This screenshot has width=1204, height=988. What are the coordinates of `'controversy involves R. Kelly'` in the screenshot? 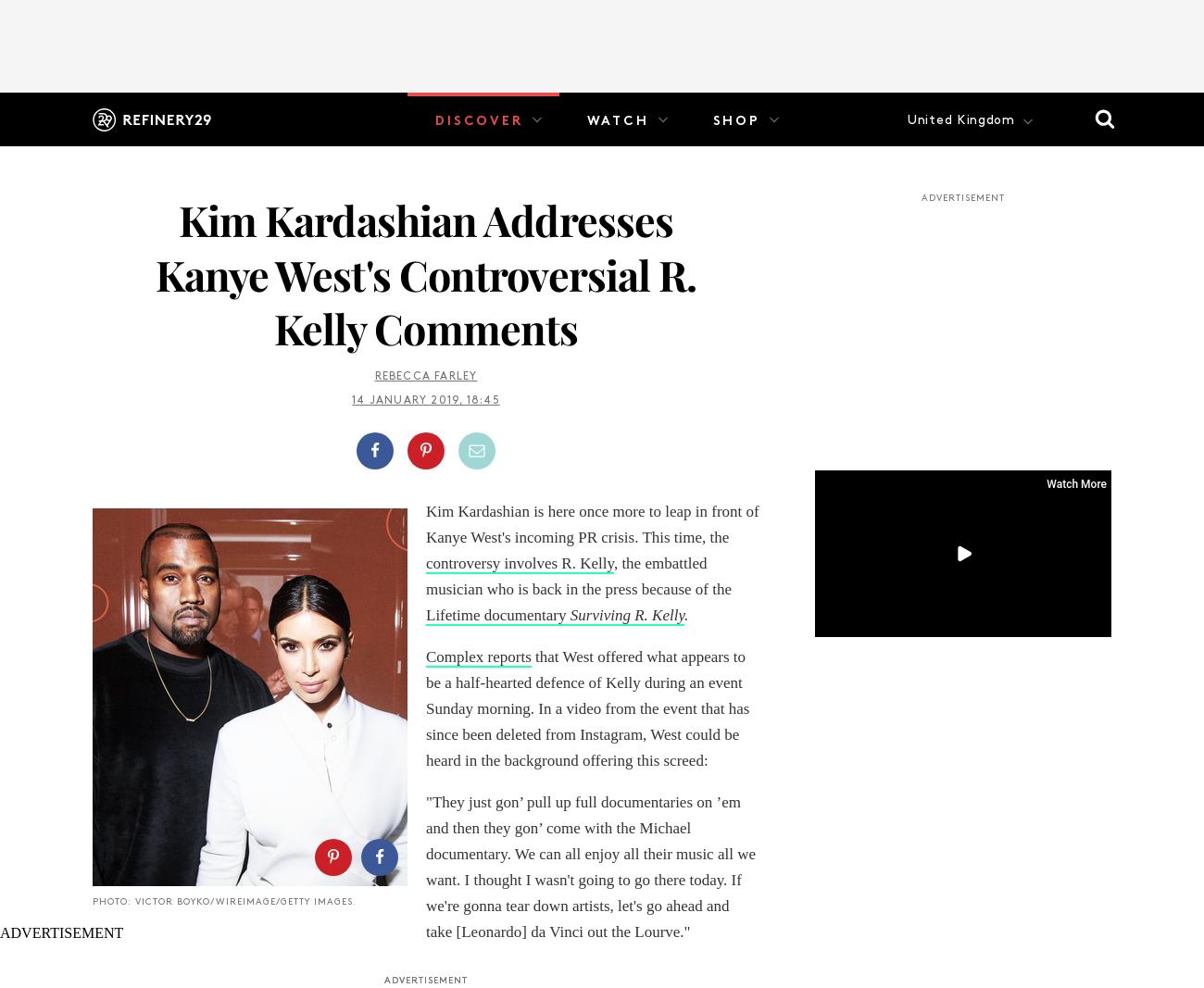 It's located at (424, 562).